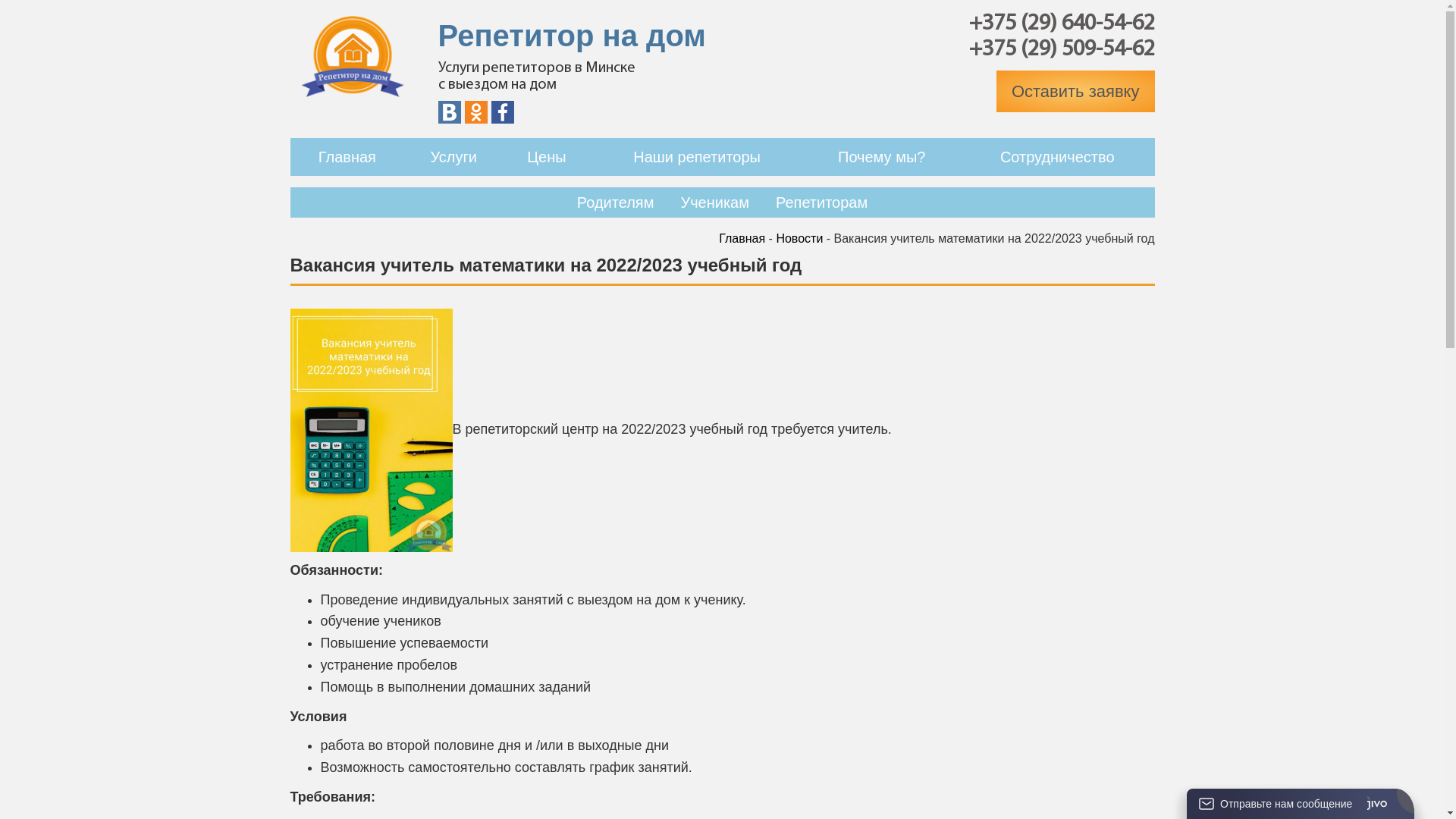 The image size is (1456, 819). Describe the element at coordinates (968, 24) in the screenshot. I see `'+375 (29) 640-54-62'` at that location.